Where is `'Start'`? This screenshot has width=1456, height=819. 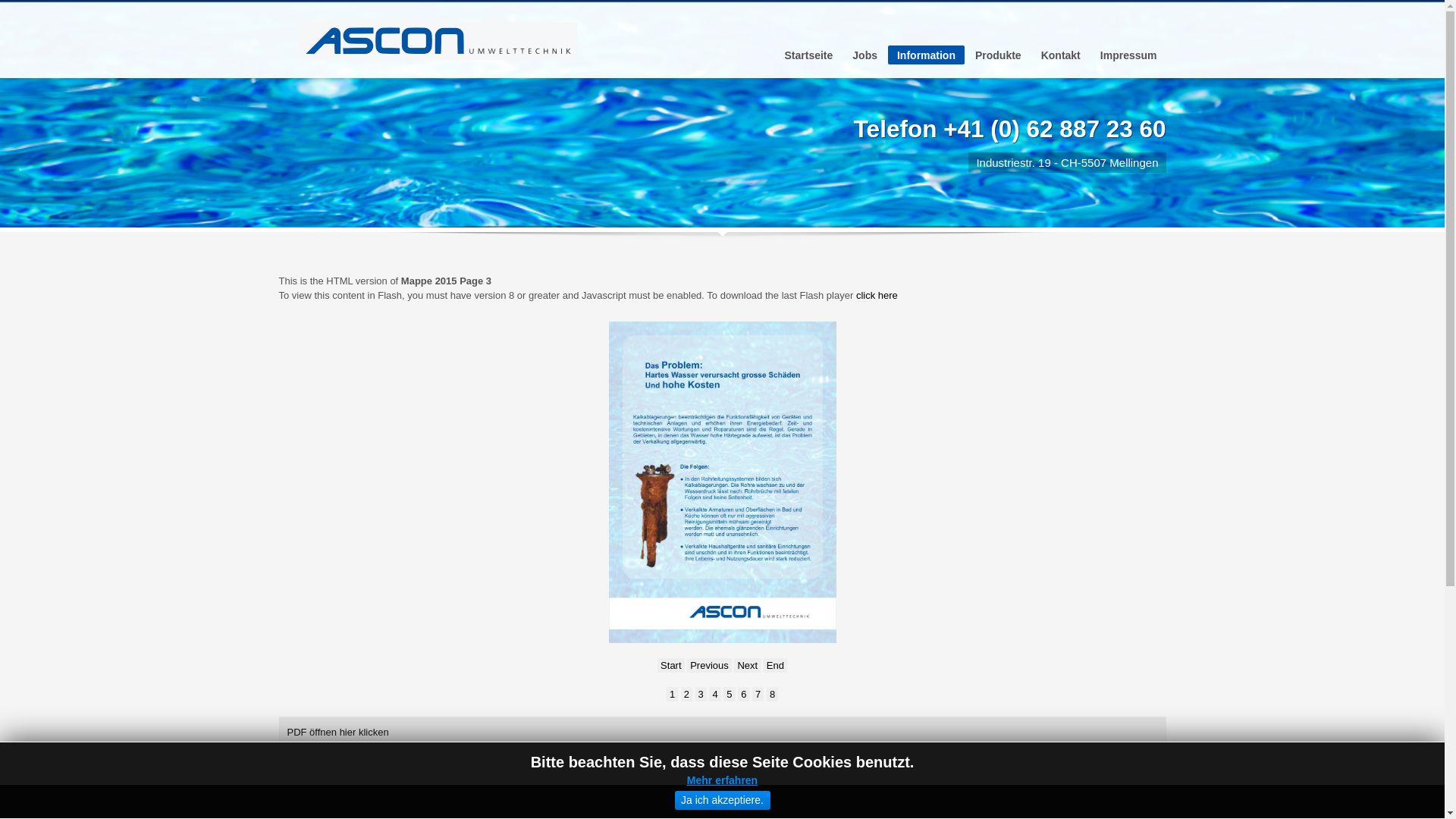
'Start' is located at coordinates (657, 664).